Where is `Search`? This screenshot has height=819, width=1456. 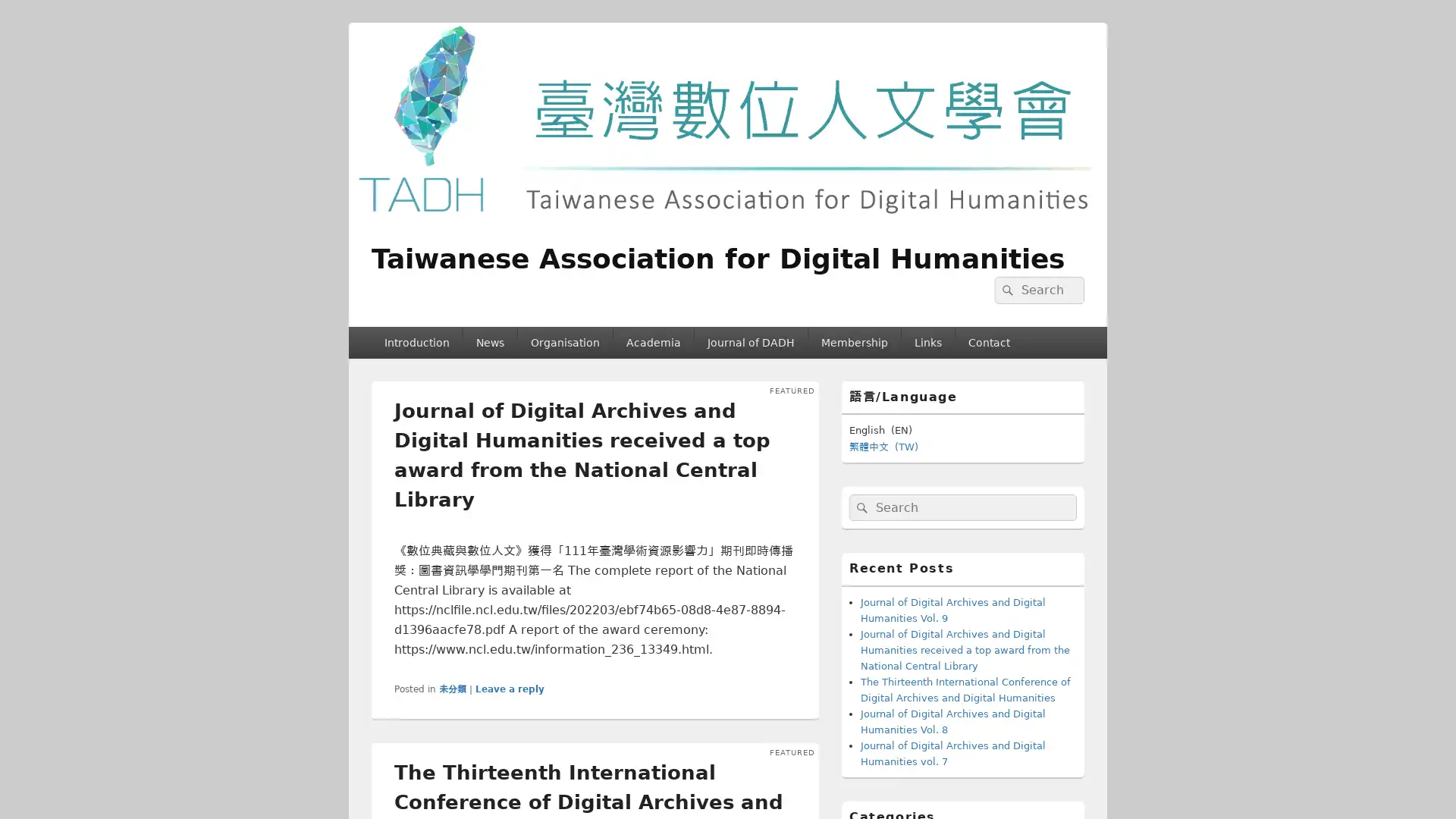 Search is located at coordinates (1006, 290).